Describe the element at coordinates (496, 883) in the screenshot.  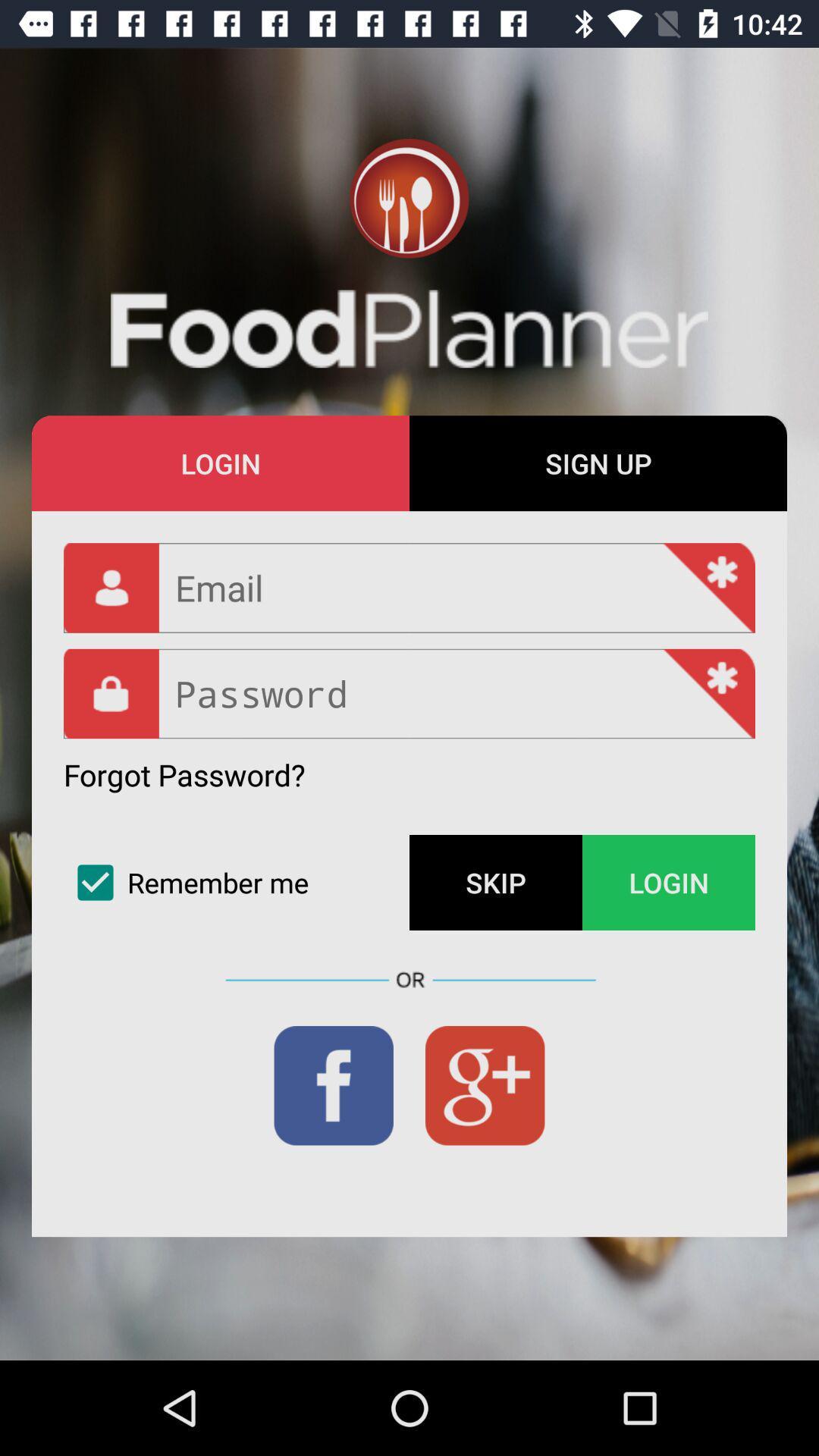
I see `the skip icon` at that location.